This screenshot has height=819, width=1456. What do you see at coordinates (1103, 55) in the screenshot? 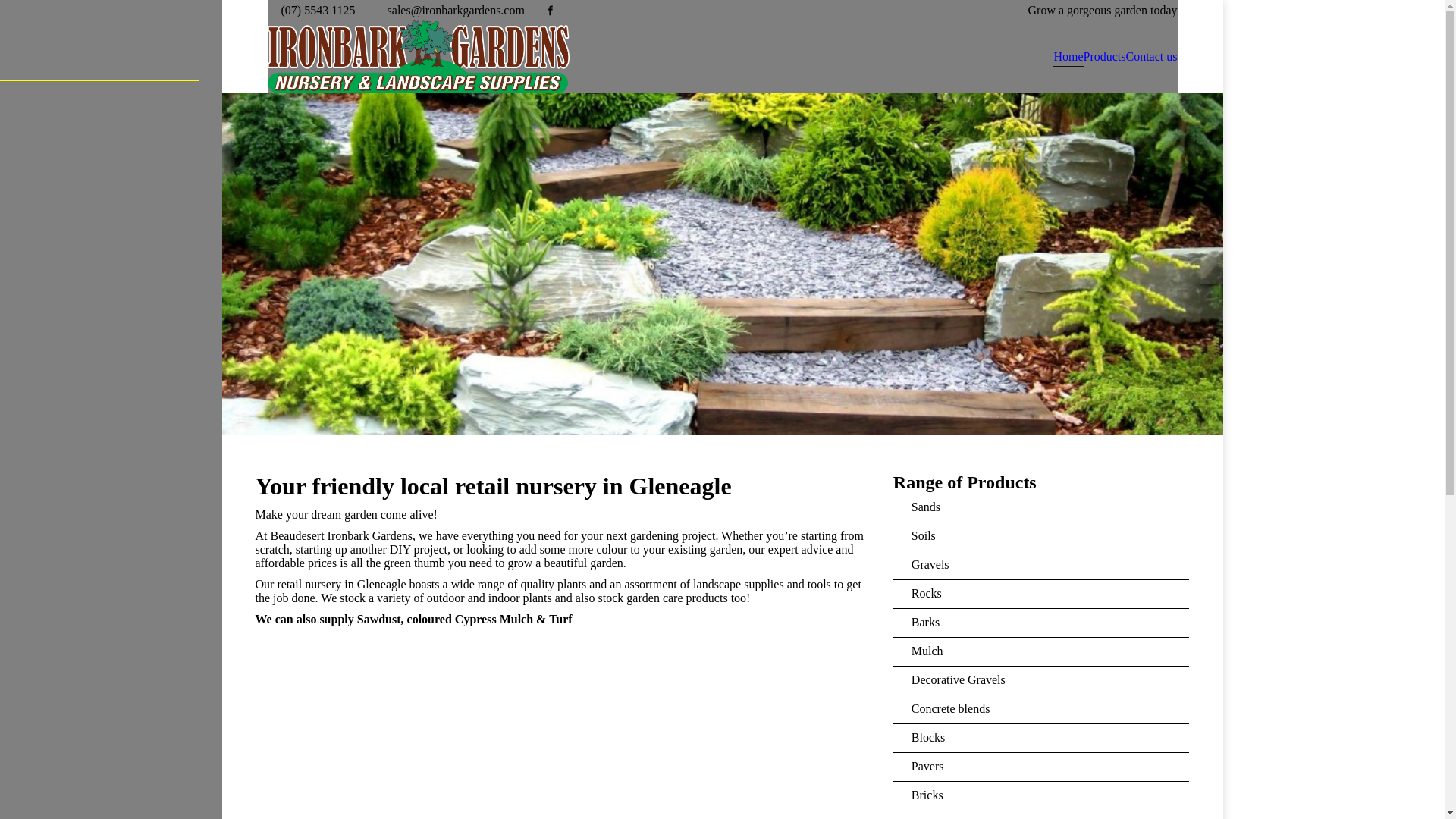
I see `'Products'` at bounding box center [1103, 55].